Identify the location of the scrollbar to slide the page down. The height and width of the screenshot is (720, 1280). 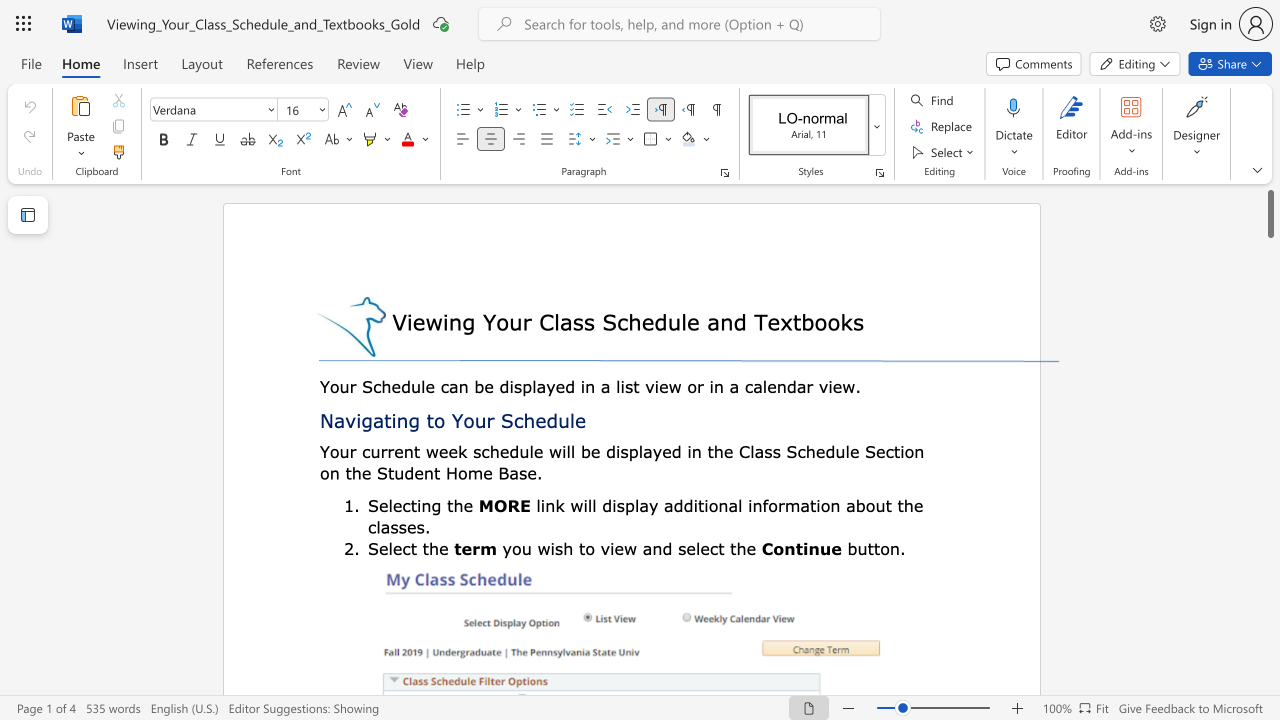
(1269, 450).